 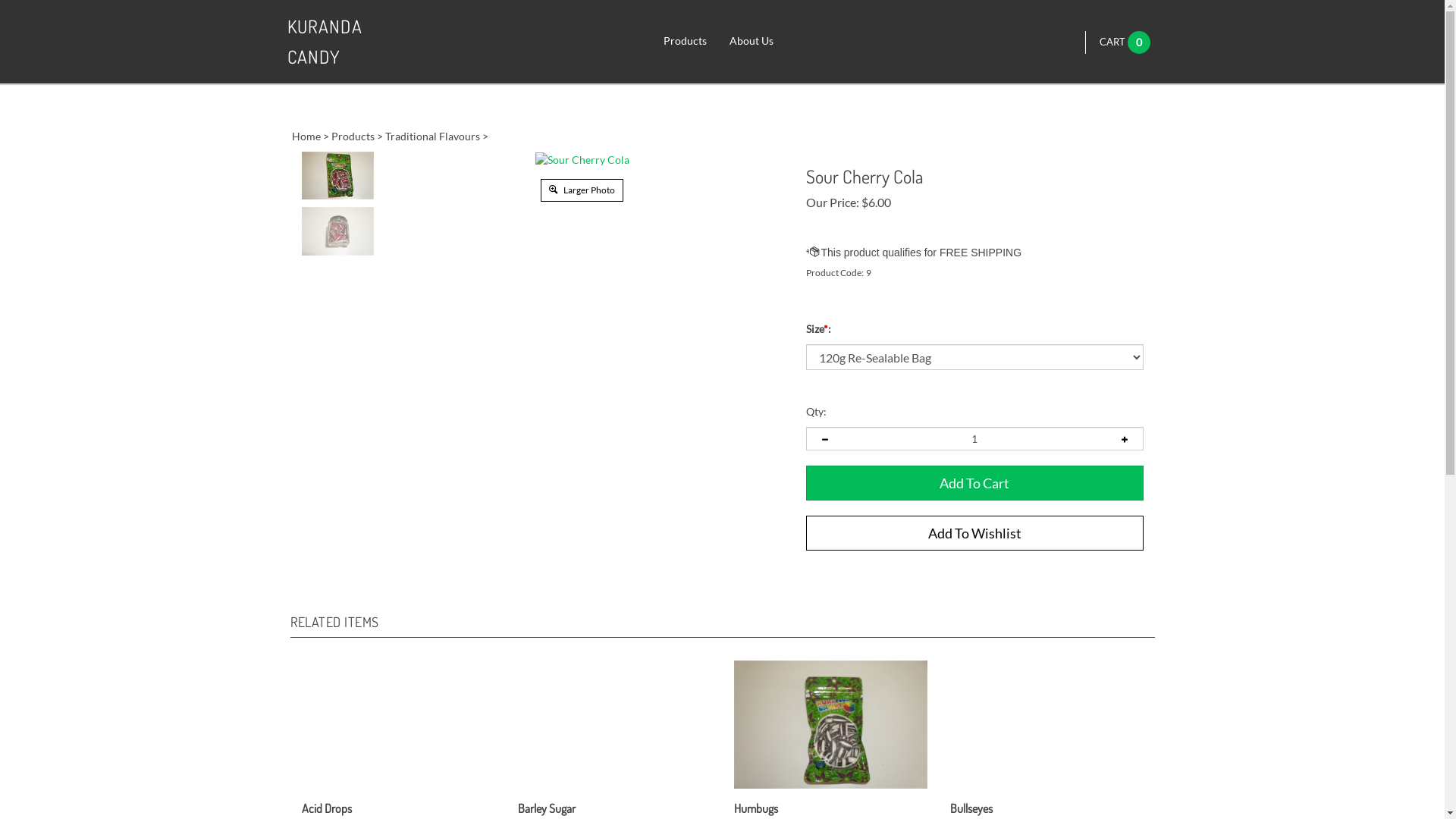 I want to click on 'CART, so click(x=1099, y=40).